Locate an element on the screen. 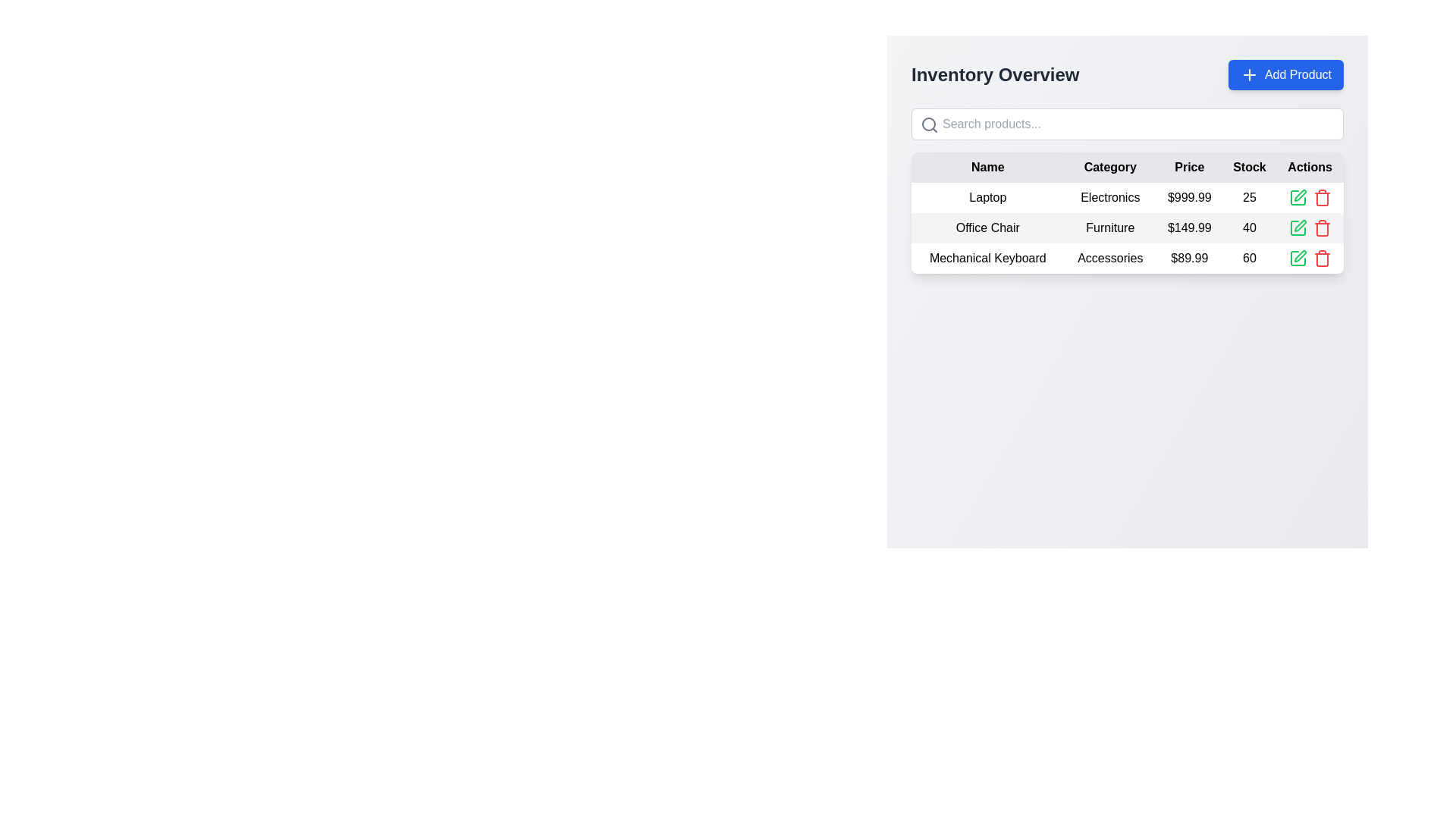  the text display element showing the number '25' in bold black font, located in the 'Stock' column of the 'Laptop' row in the table is located at coordinates (1249, 197).